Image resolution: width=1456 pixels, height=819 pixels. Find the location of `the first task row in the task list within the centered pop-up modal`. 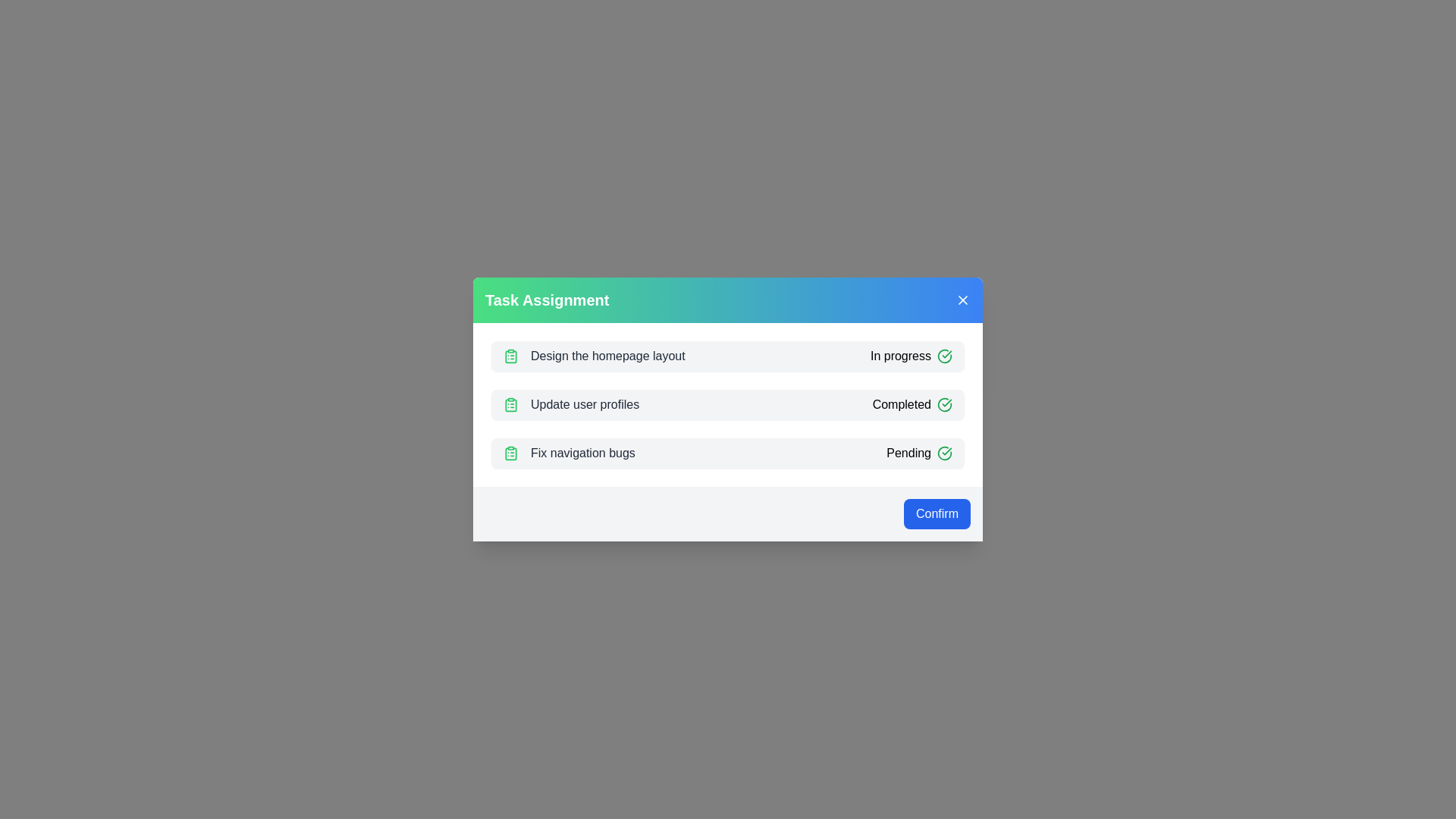

the first task row in the task list within the centered pop-up modal is located at coordinates (728, 356).